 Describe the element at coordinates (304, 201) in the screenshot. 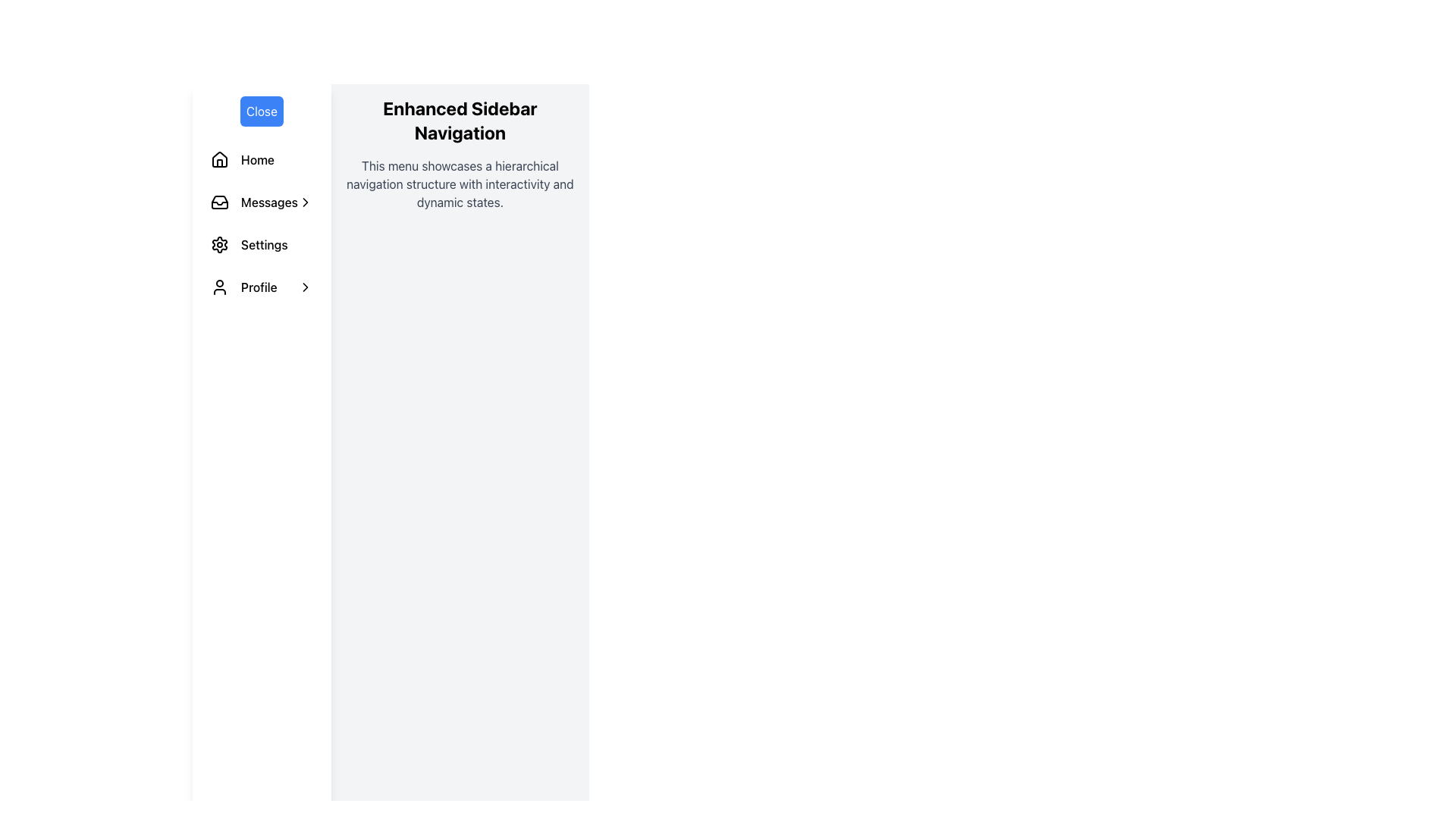

I see `the 'Messages' icon located on the far-right side of the 'Messages' navigation item in the sidebar` at that location.